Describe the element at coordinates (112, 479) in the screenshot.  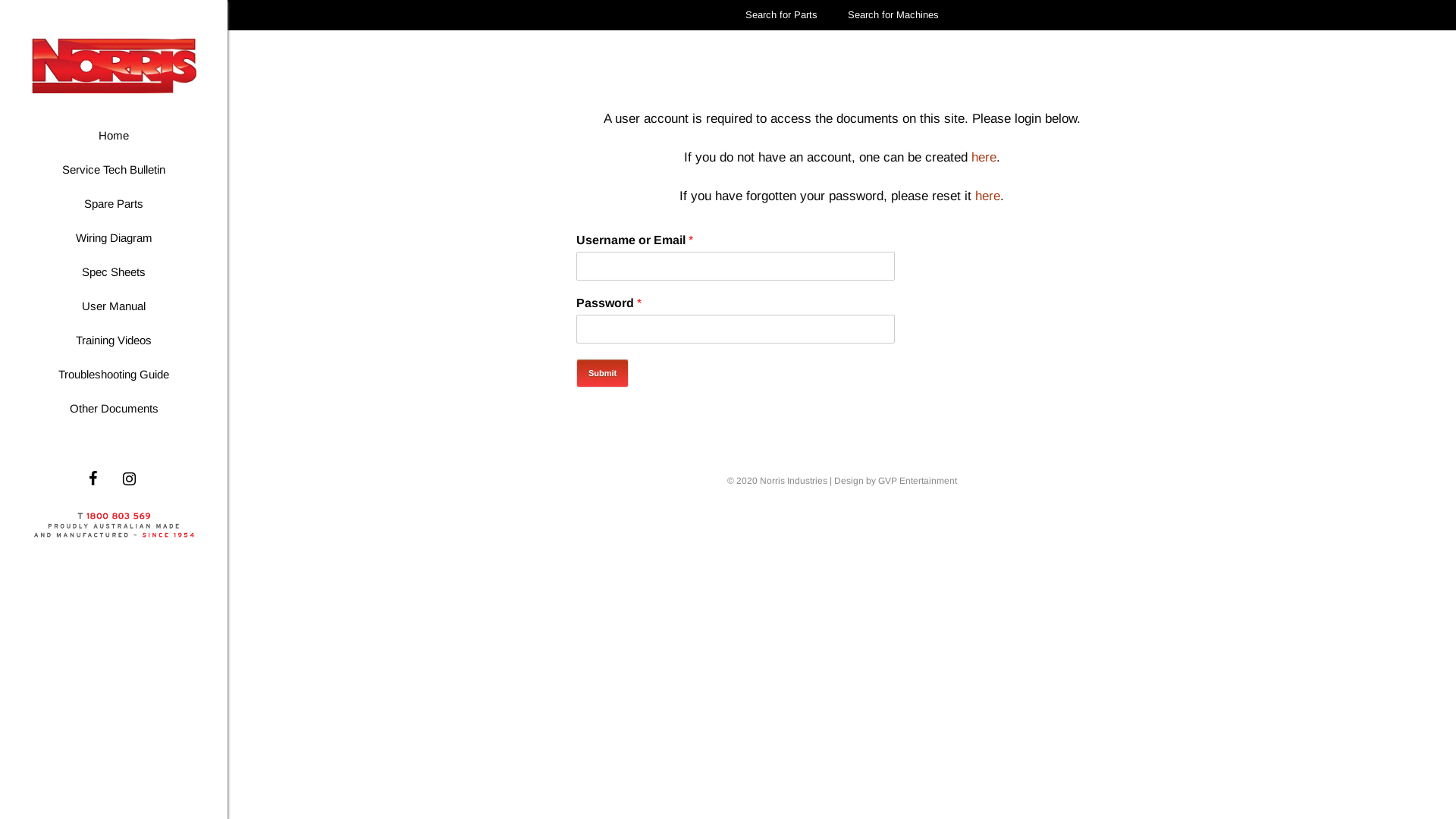
I see `'Instagram'` at that location.